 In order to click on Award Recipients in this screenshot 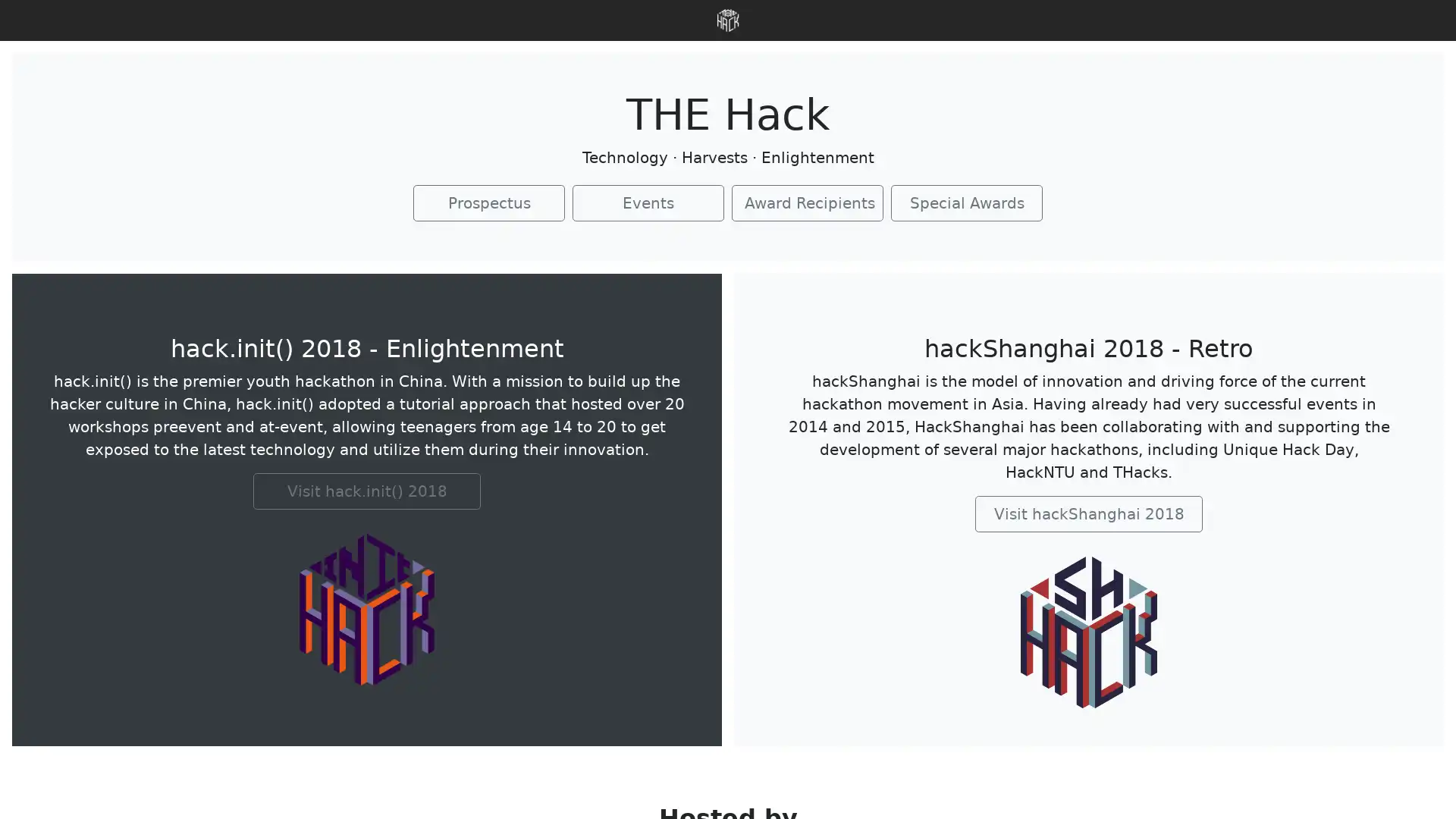, I will do `click(807, 202)`.